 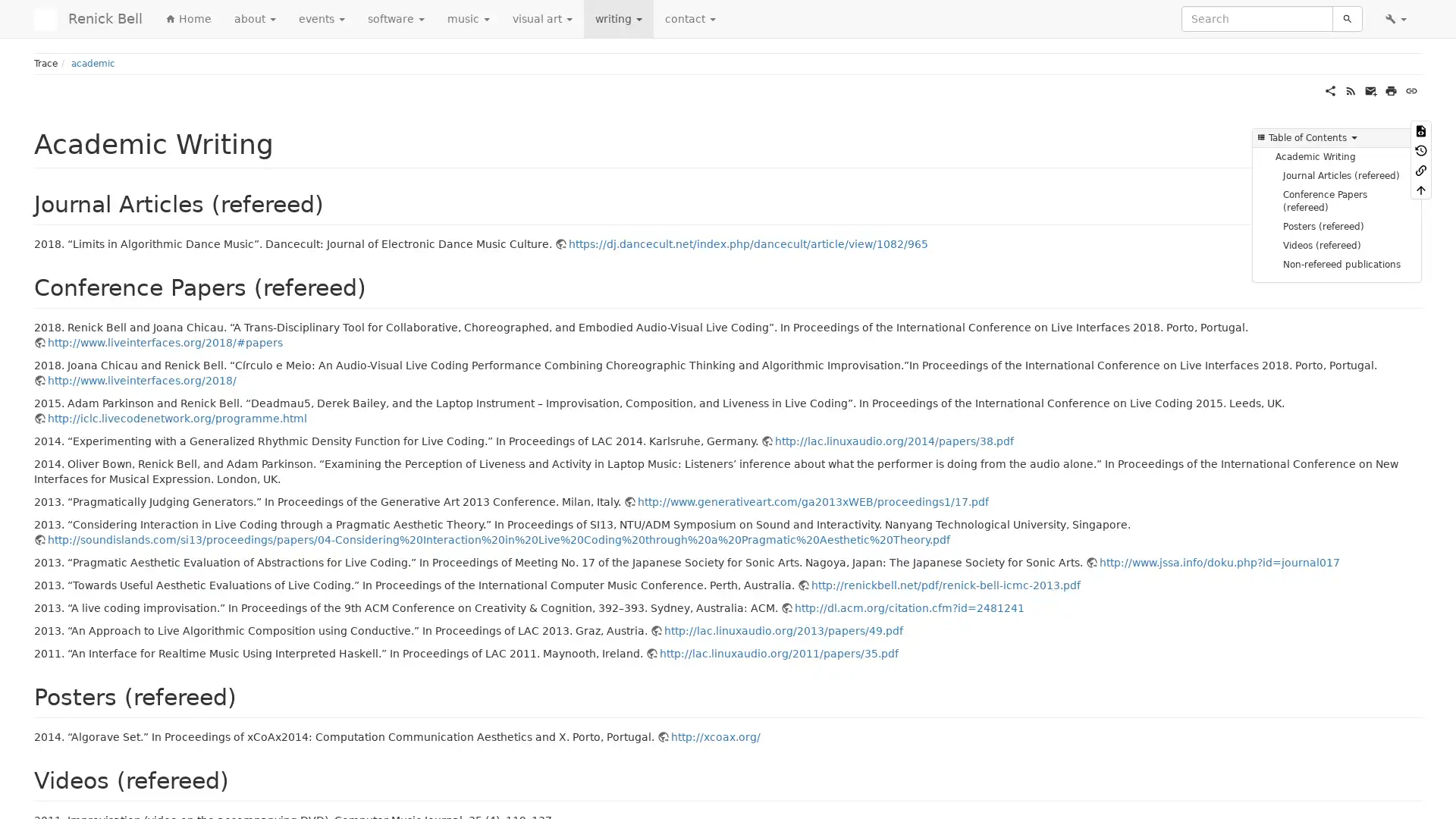 I want to click on Search, so click(x=1347, y=18).